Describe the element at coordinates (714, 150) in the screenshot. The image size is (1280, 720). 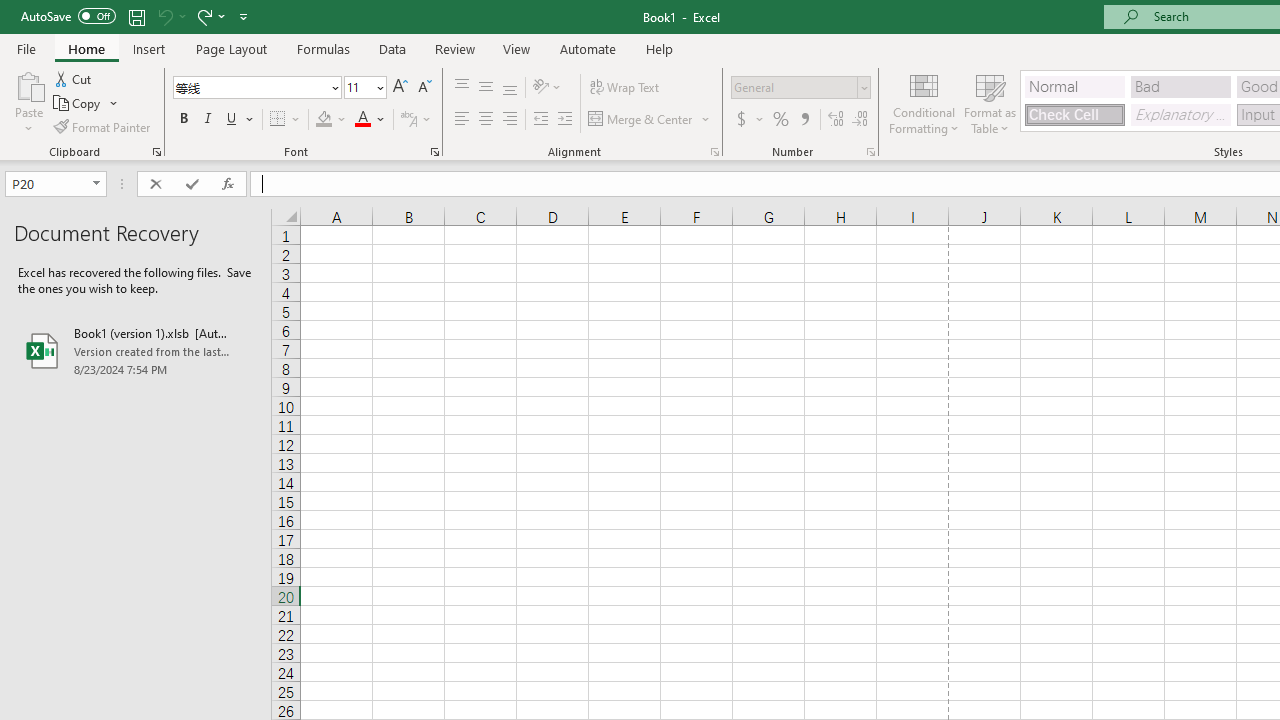
I see `'Format Cell Alignment'` at that location.